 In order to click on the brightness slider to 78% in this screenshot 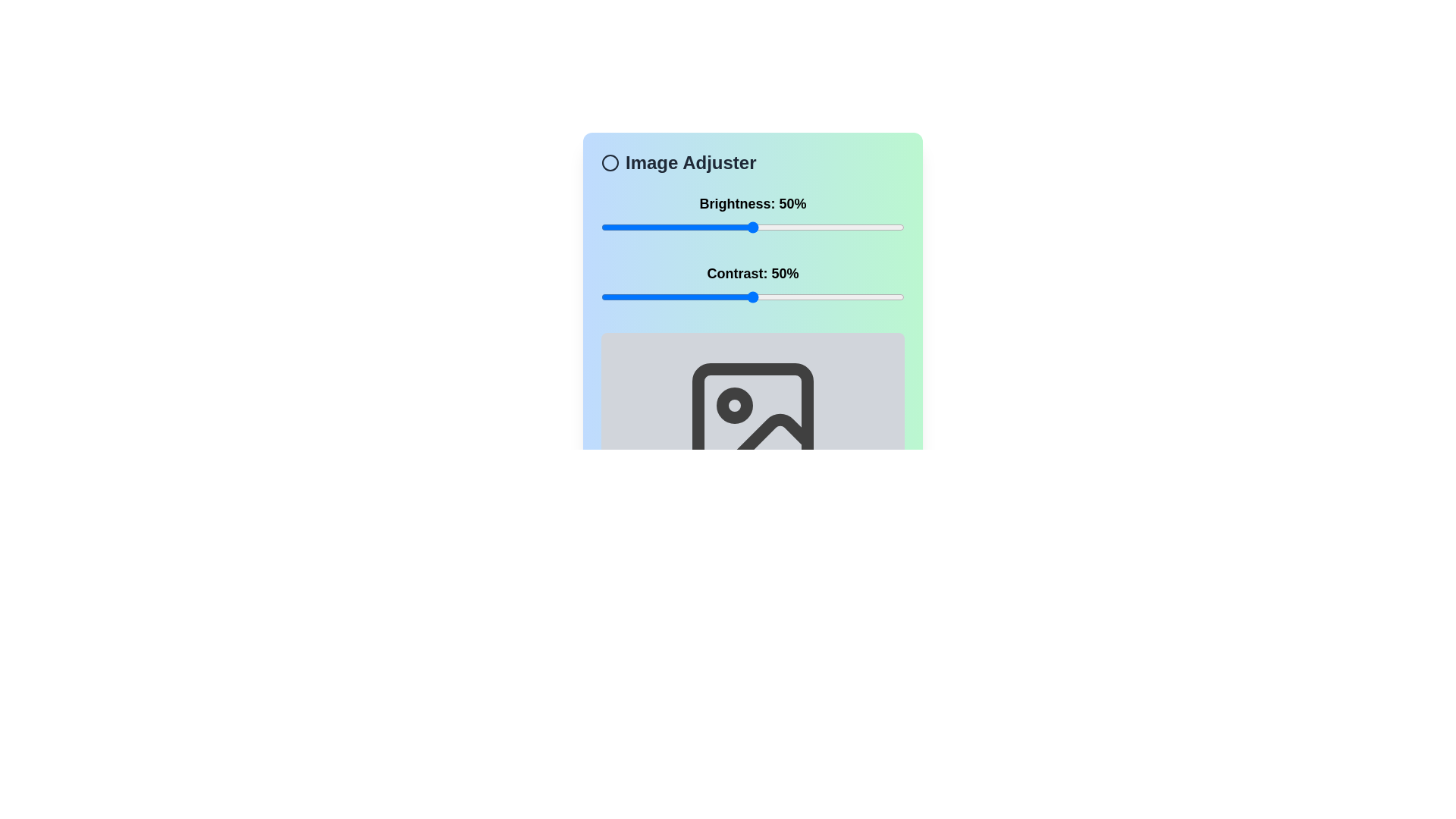, I will do `click(836, 227)`.